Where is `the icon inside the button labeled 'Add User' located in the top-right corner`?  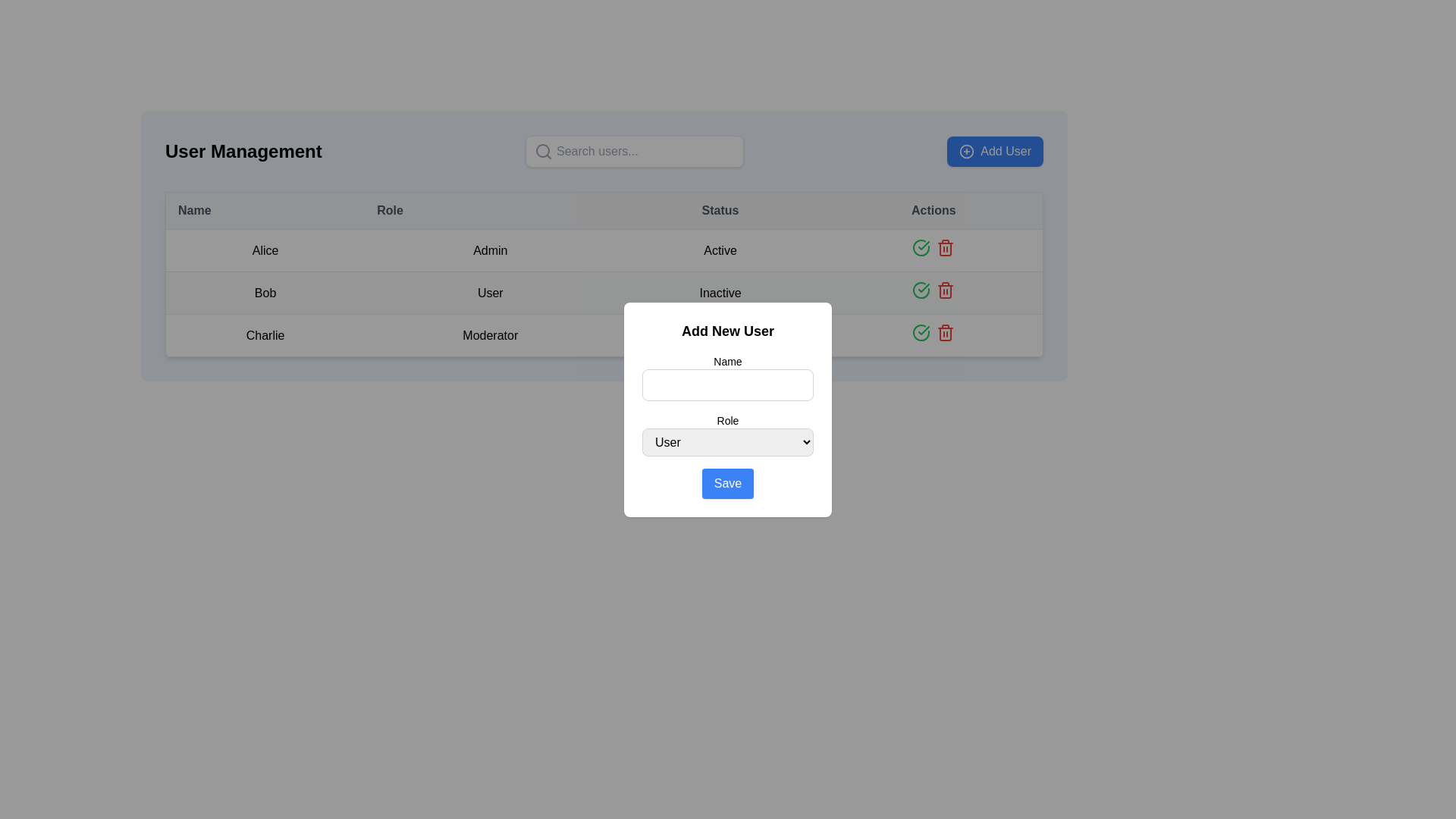
the icon inside the button labeled 'Add User' located in the top-right corner is located at coordinates (966, 152).